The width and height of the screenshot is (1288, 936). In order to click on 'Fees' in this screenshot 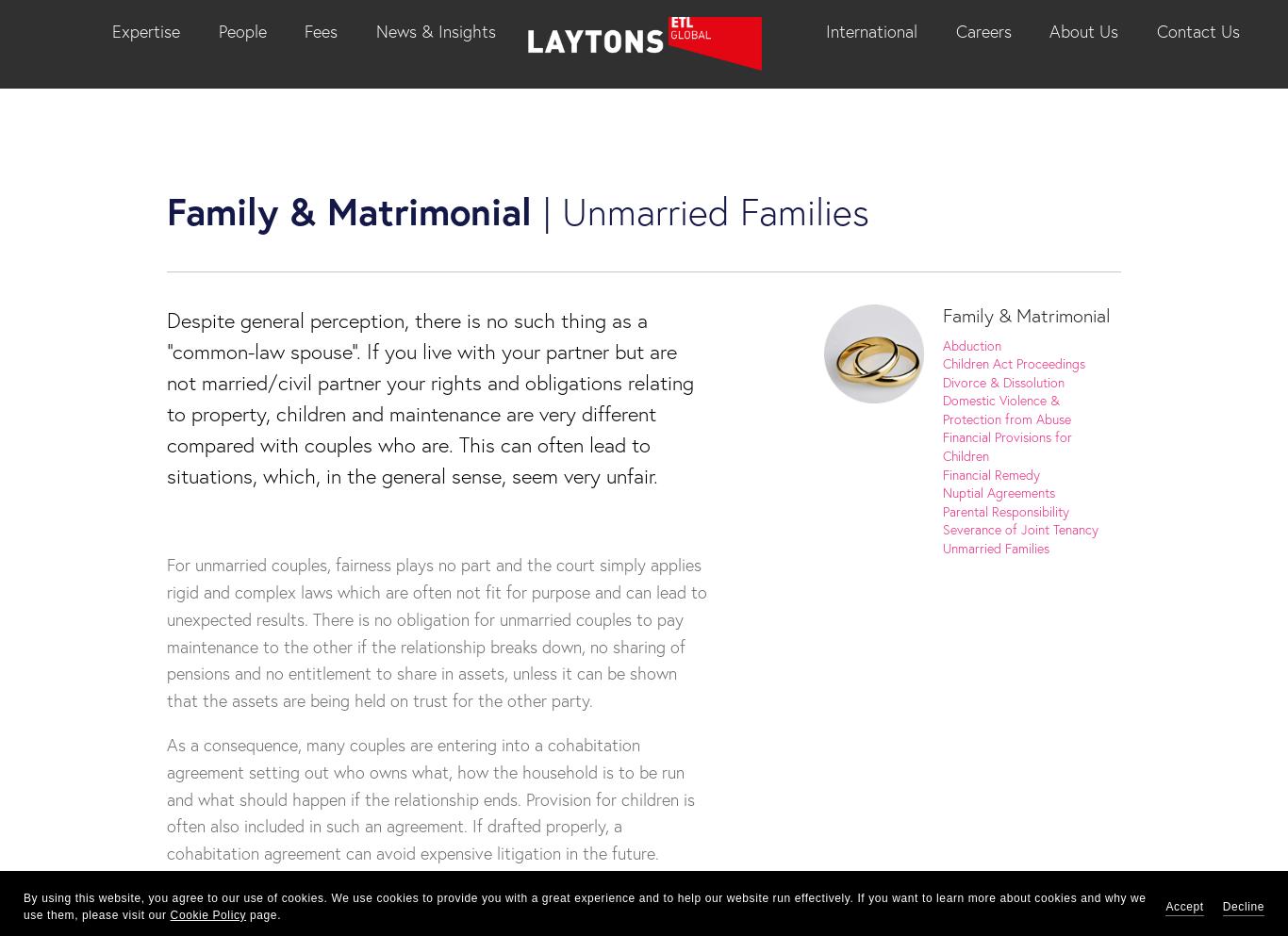, I will do `click(321, 29)`.